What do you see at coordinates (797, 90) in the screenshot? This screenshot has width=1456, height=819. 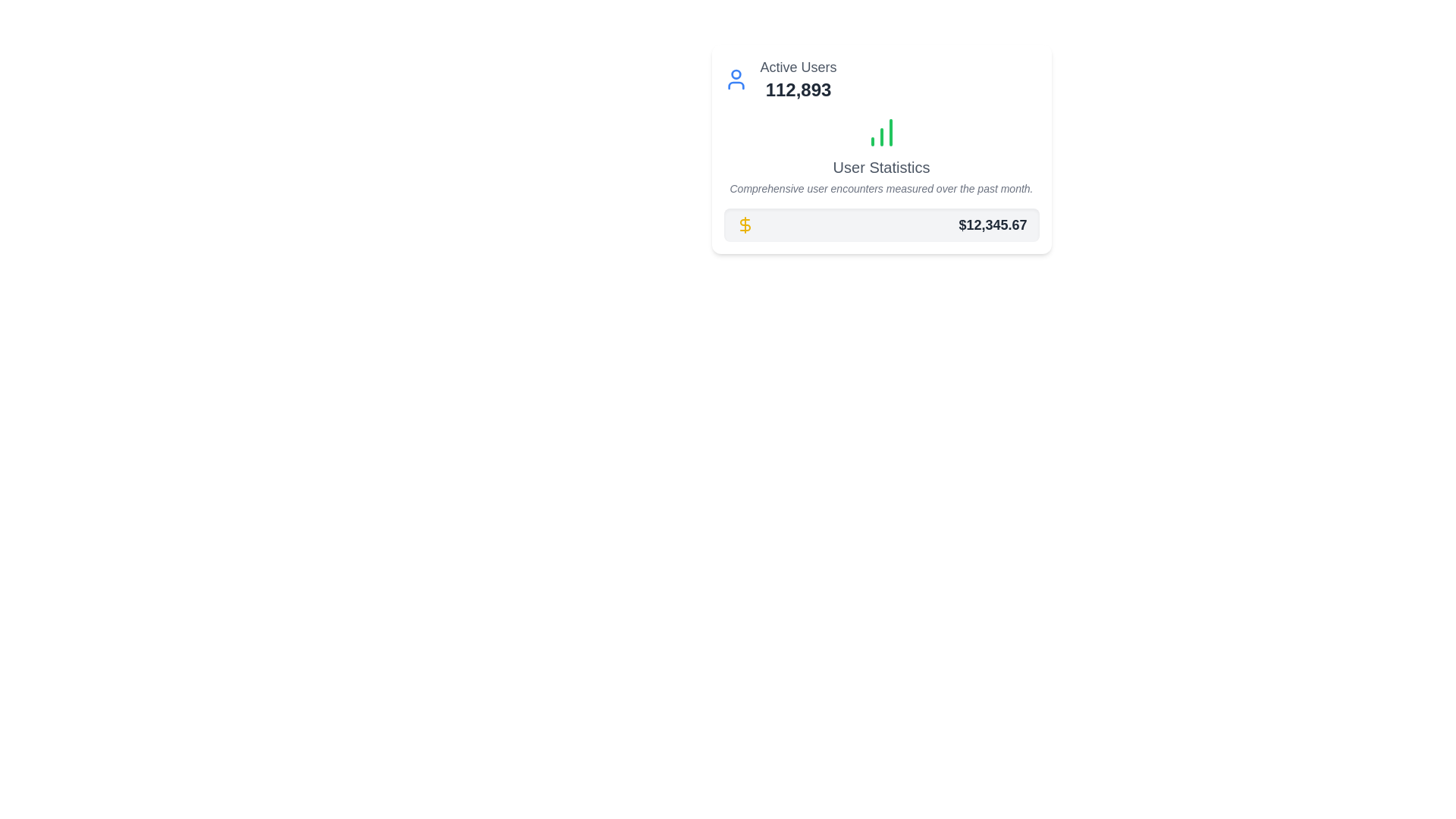 I see `the Text label displaying the count of active users, positioned below the 'Active Users' text and adjacent to the user icon` at bounding box center [797, 90].